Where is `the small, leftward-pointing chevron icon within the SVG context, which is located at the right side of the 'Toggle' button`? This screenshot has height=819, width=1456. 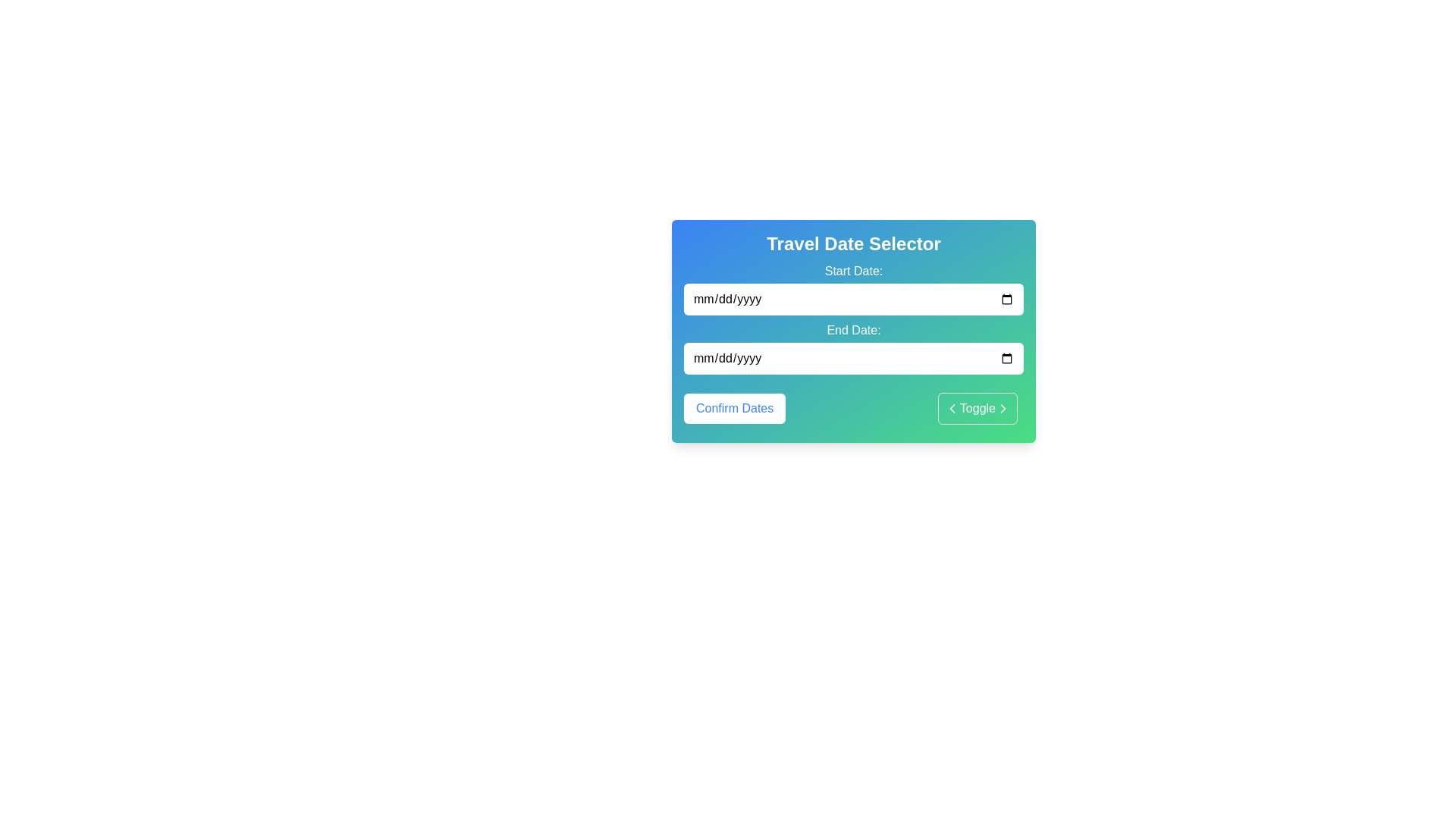 the small, leftward-pointing chevron icon within the SVG context, which is located at the right side of the 'Toggle' button is located at coordinates (951, 408).